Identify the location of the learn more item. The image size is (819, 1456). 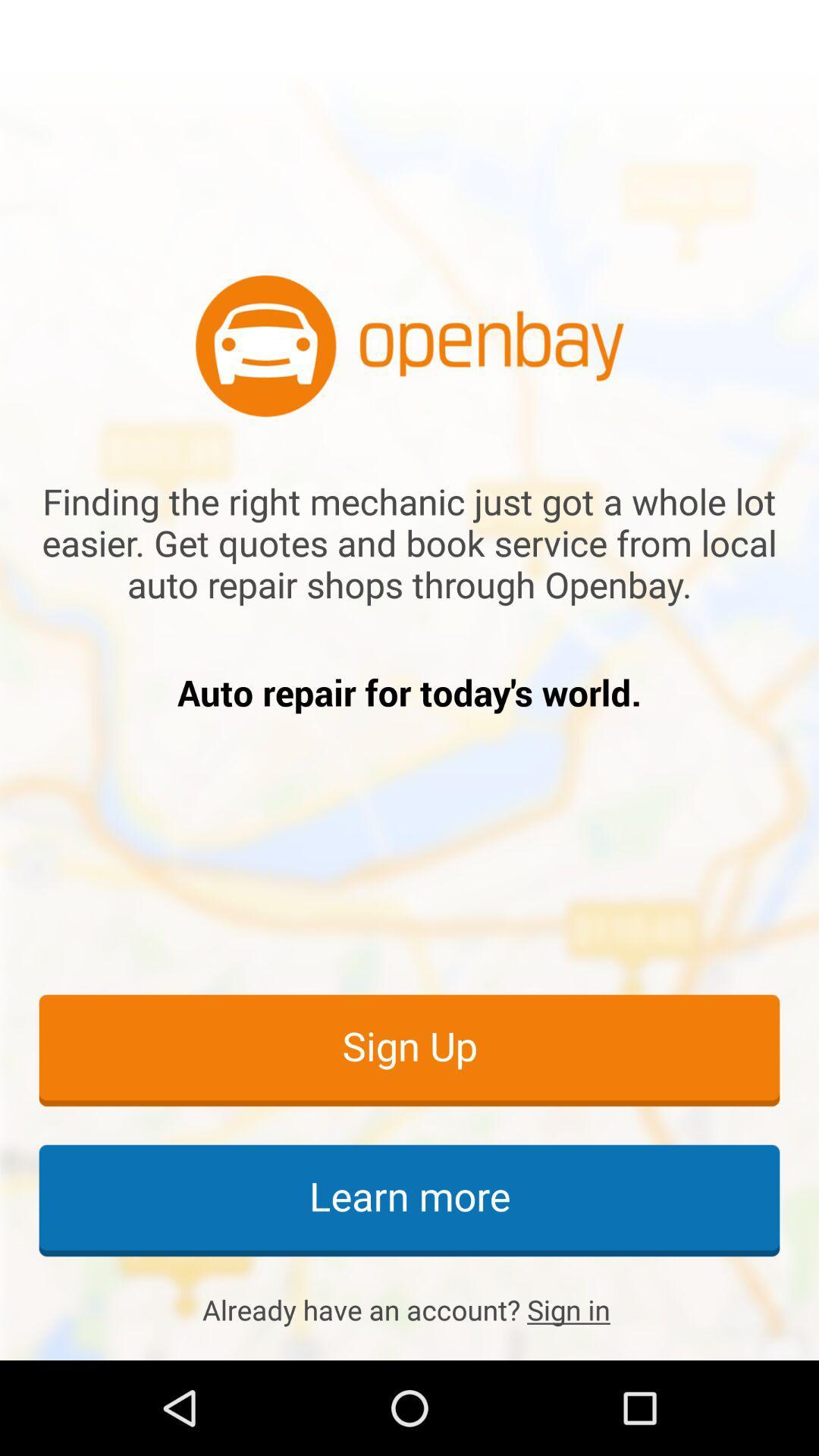
(409, 1199).